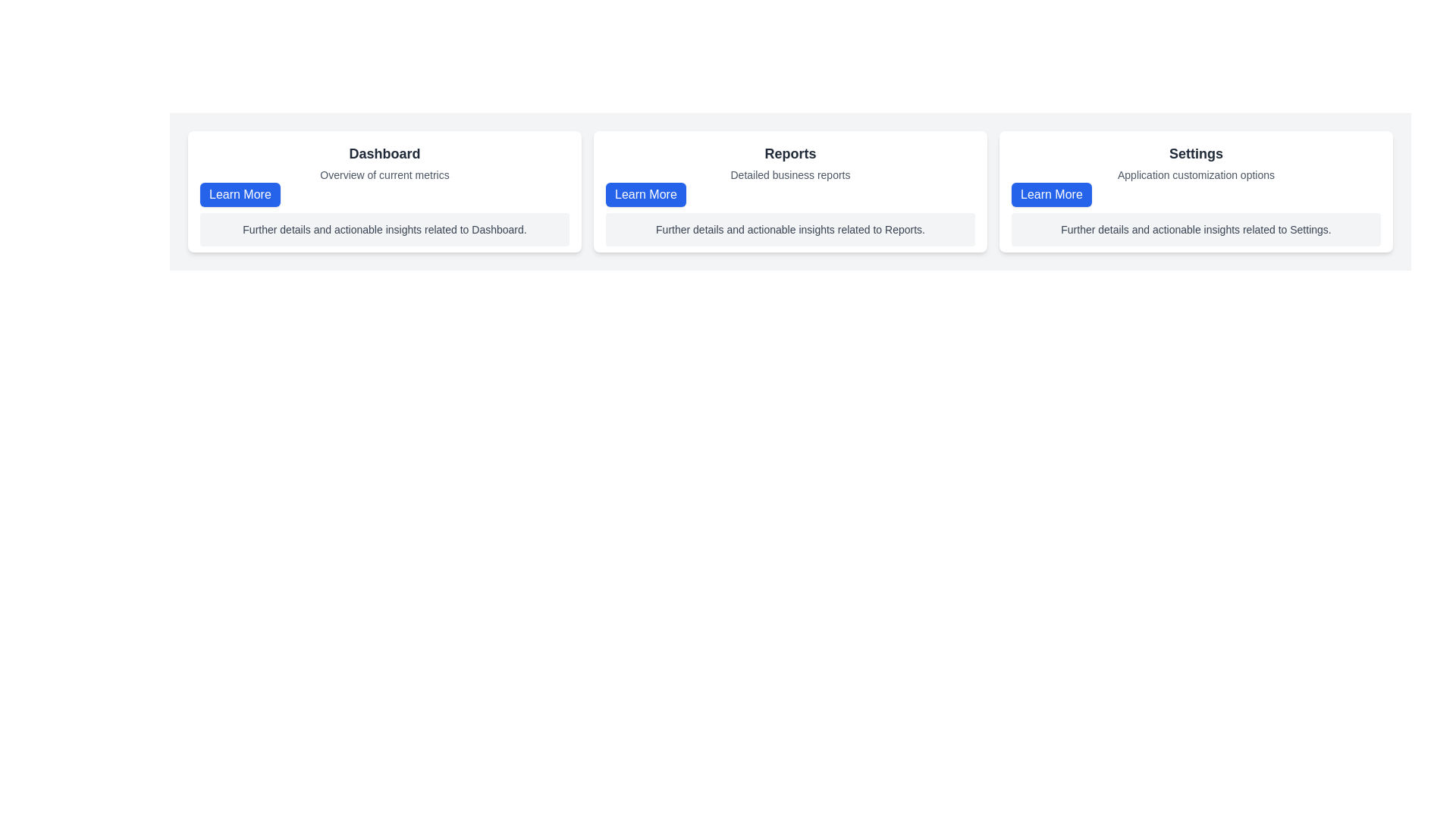 This screenshot has height=819, width=1456. What do you see at coordinates (1195, 163) in the screenshot?
I see `the 'Settings' text block which contains a bold title and a subtitle, located at the top of the 'Settings' card` at bounding box center [1195, 163].